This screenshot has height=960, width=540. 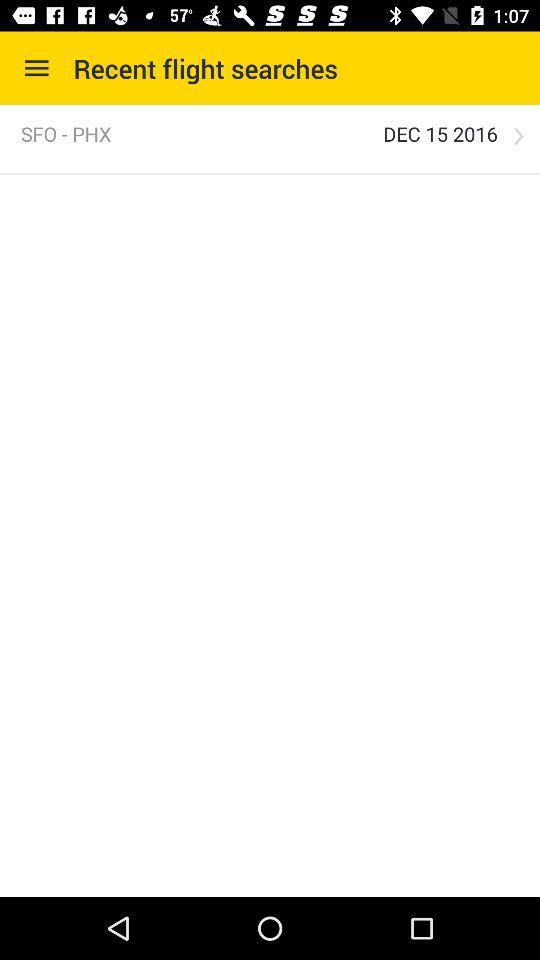 What do you see at coordinates (66, 133) in the screenshot?
I see `the item to the left of the dec 15 2016` at bounding box center [66, 133].